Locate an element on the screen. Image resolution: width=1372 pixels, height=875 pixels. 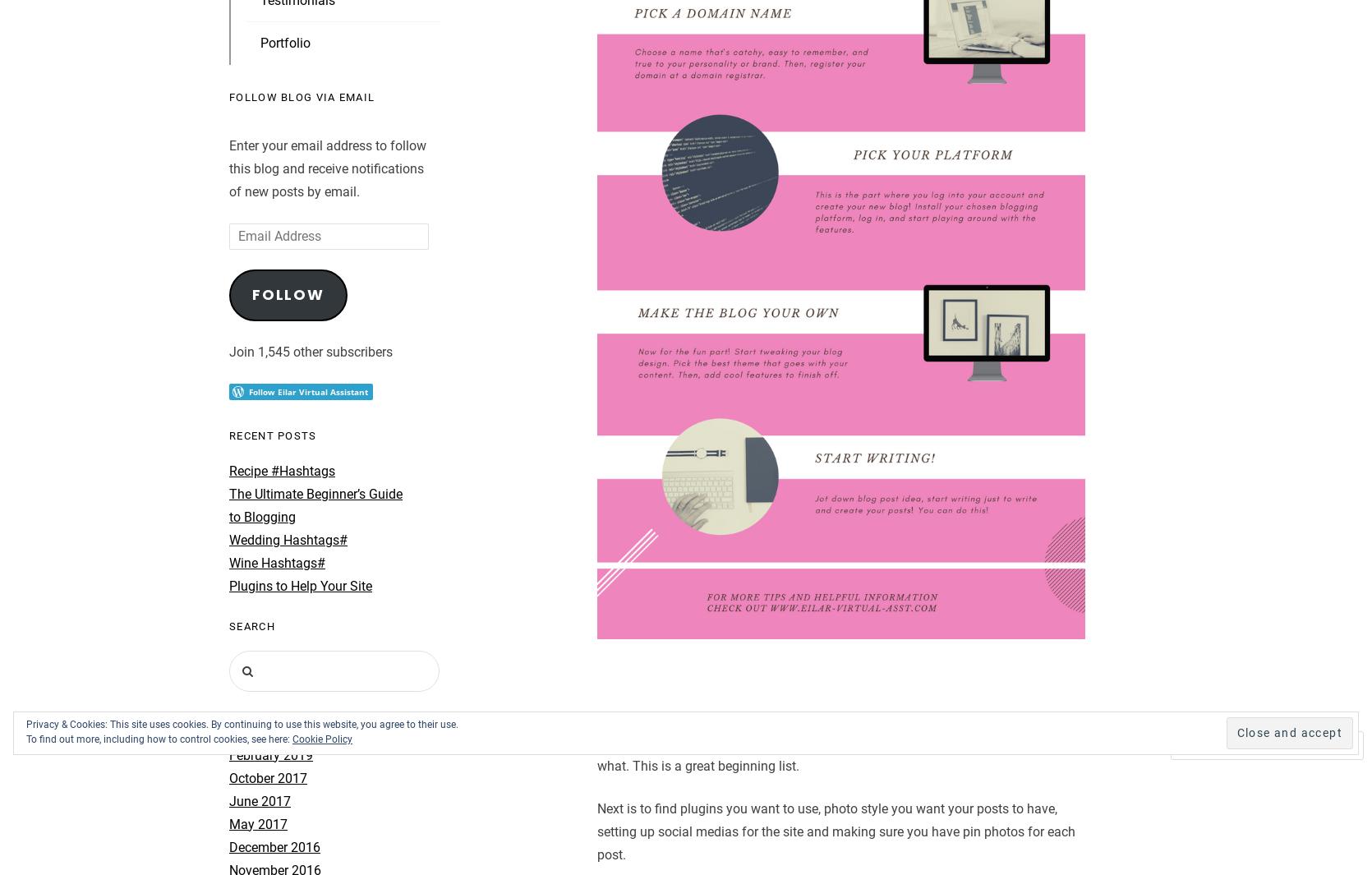
'December 2016' is located at coordinates (228, 846).